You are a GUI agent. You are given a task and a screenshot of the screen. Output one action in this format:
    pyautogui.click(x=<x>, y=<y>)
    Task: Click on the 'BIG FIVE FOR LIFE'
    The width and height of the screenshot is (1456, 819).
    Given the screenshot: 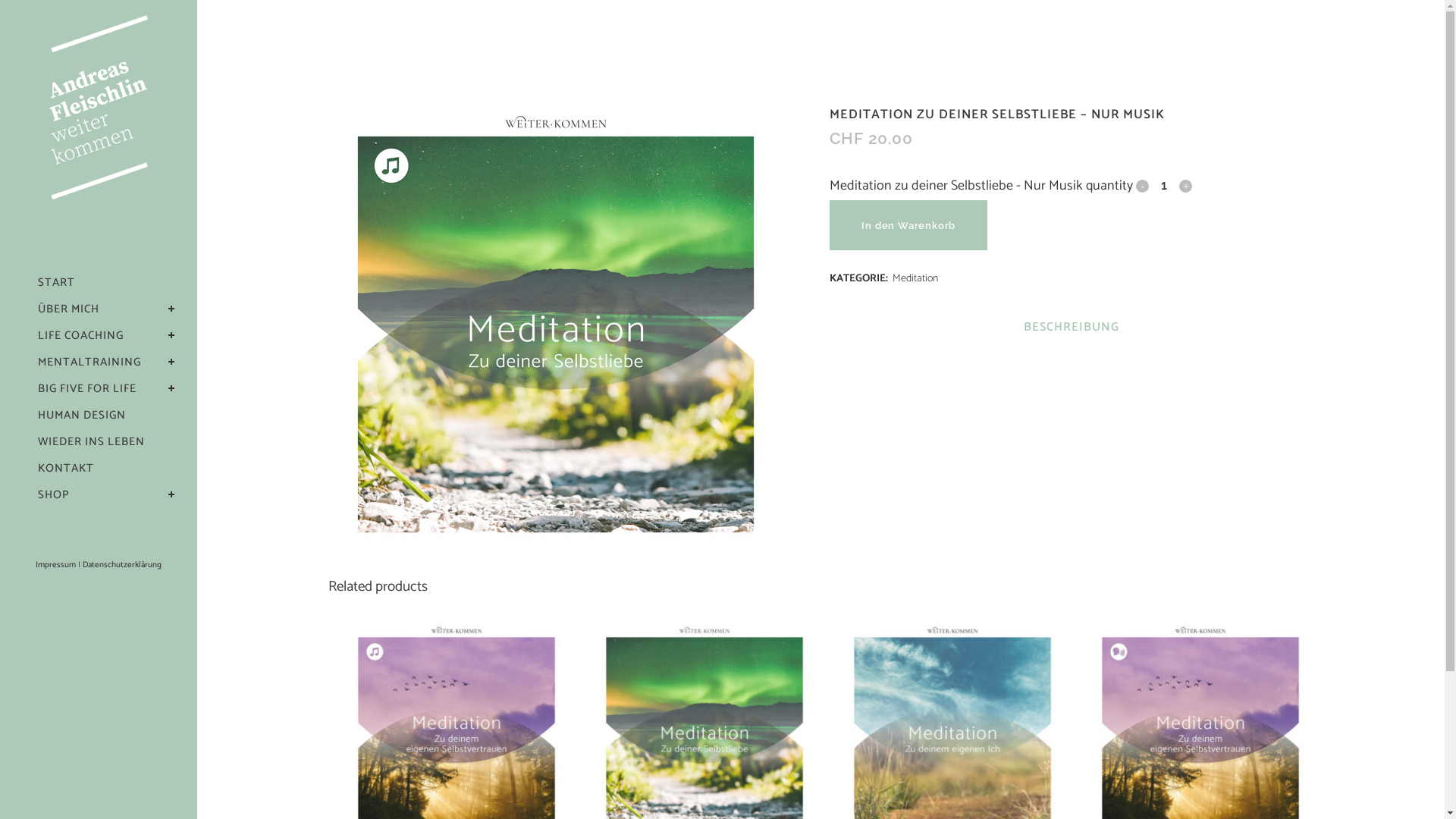 What is the action you would take?
    pyautogui.click(x=37, y=388)
    